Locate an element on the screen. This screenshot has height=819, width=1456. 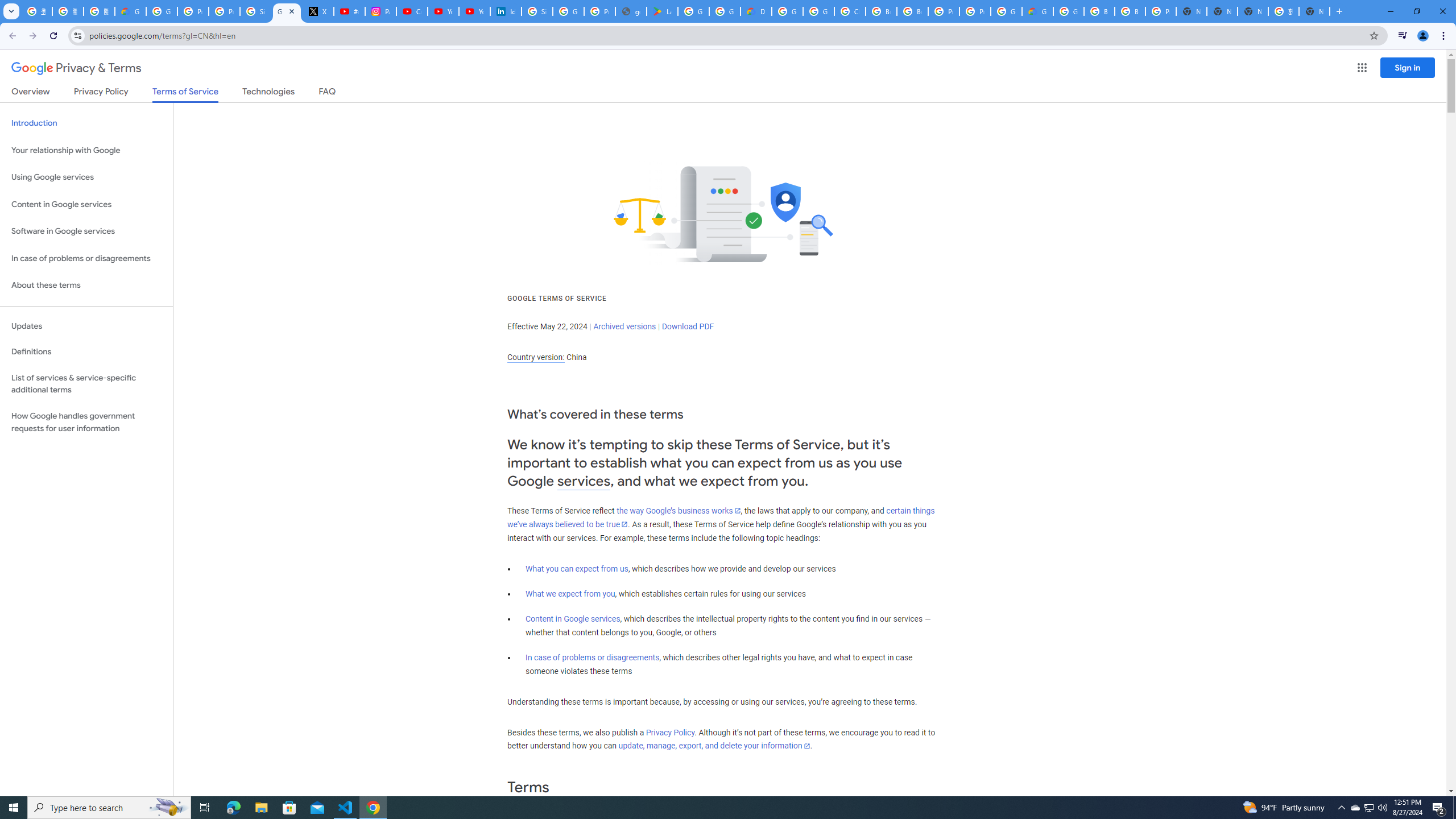
'List of services & service-specific additional terms' is located at coordinates (86, 383).